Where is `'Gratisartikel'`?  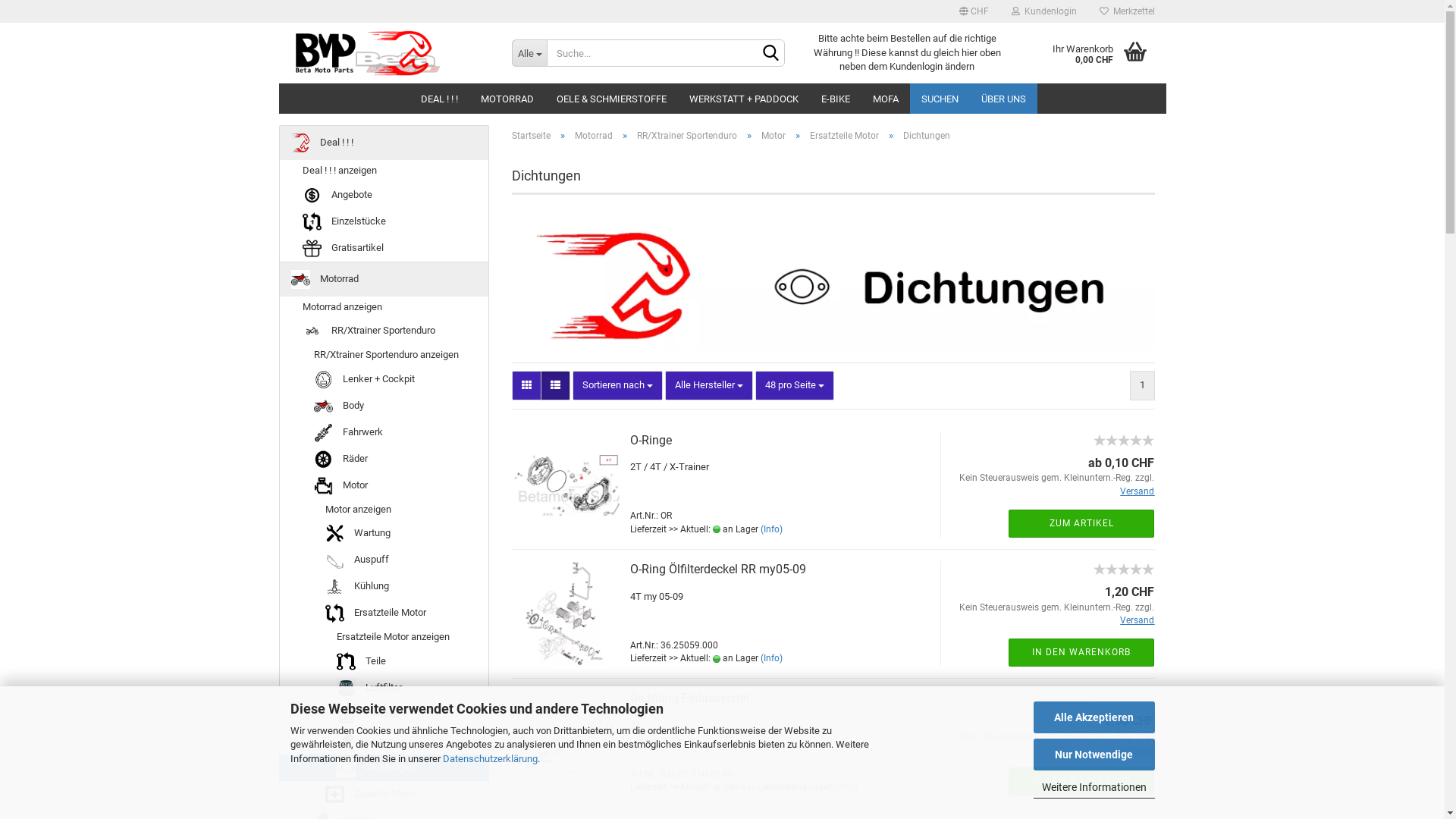 'Gratisartikel' is located at coordinates (279, 247).